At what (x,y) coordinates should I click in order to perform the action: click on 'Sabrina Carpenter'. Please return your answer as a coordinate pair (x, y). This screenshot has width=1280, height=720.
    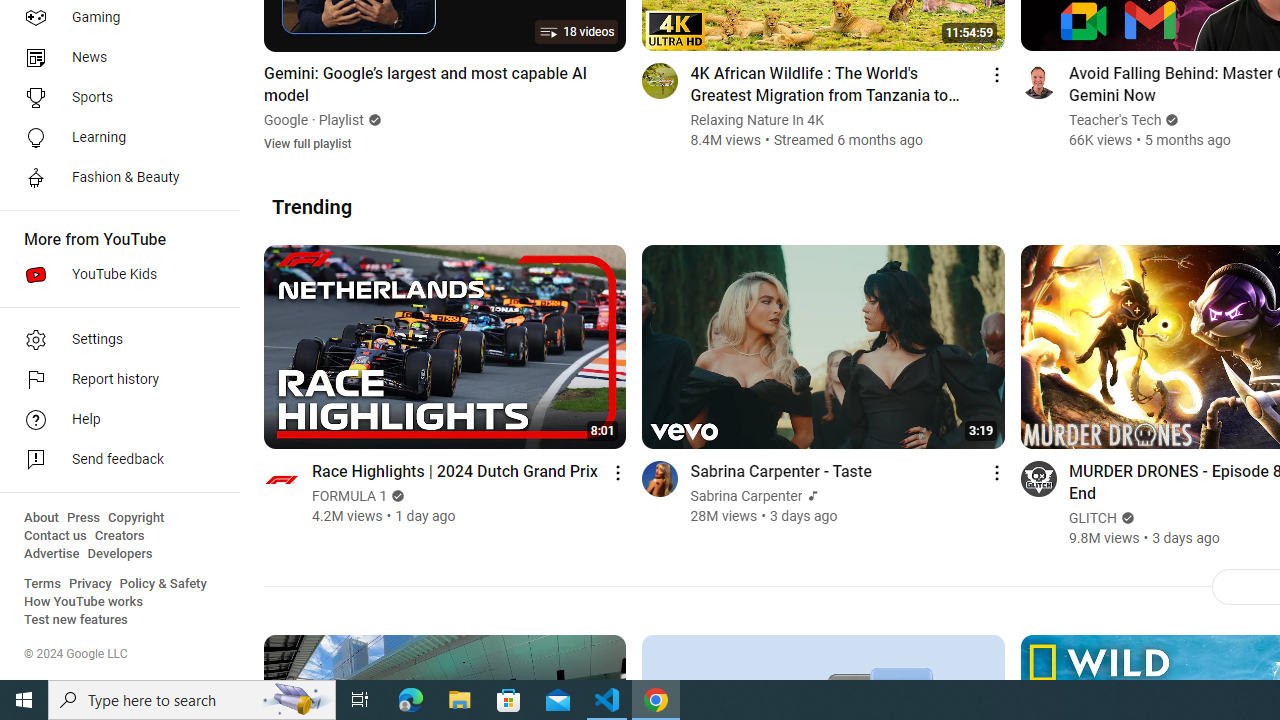
    Looking at the image, I should click on (745, 495).